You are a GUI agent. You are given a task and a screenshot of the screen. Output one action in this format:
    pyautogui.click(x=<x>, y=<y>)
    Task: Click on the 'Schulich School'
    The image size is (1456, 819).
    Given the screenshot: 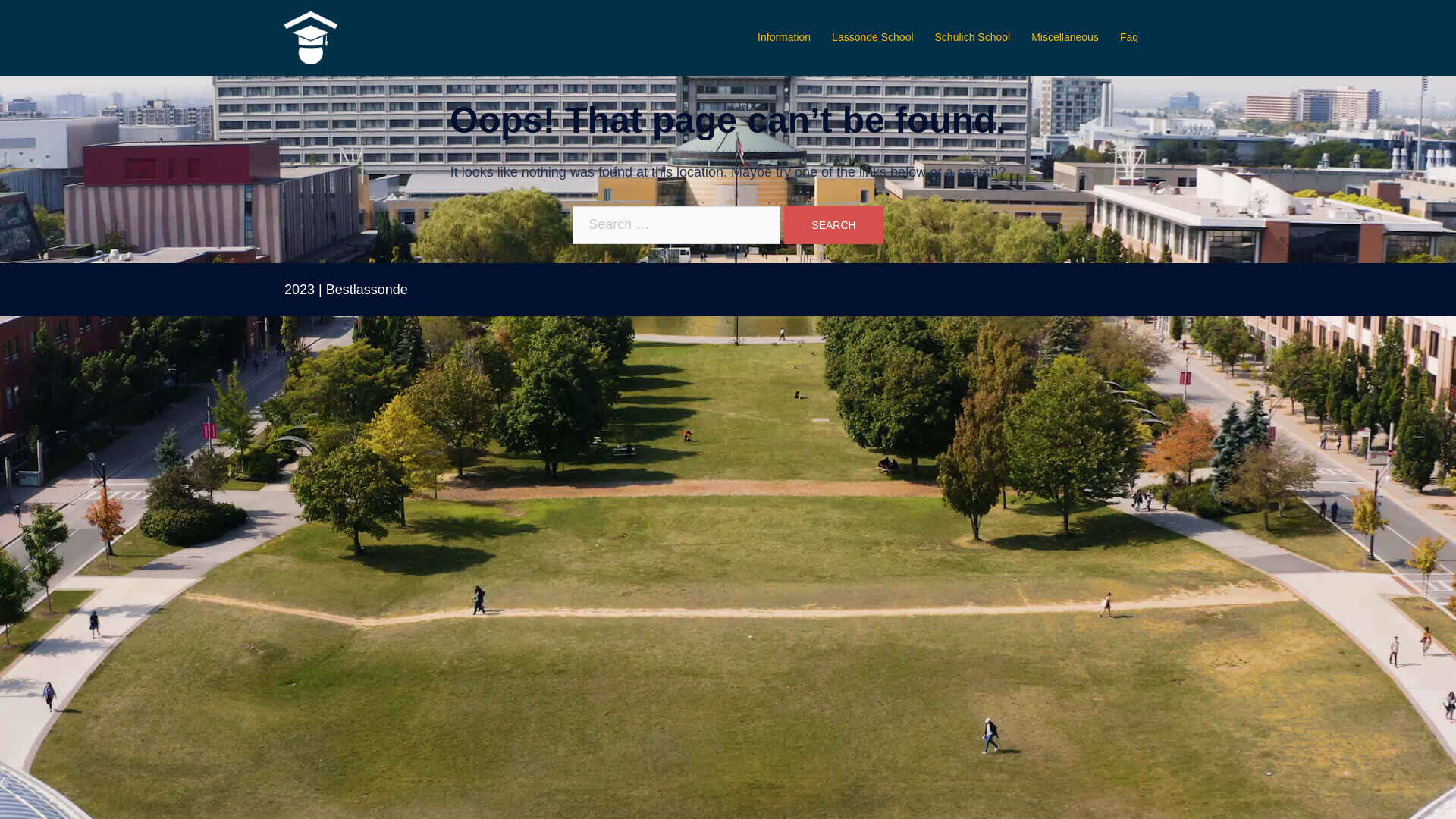 What is the action you would take?
    pyautogui.click(x=972, y=37)
    